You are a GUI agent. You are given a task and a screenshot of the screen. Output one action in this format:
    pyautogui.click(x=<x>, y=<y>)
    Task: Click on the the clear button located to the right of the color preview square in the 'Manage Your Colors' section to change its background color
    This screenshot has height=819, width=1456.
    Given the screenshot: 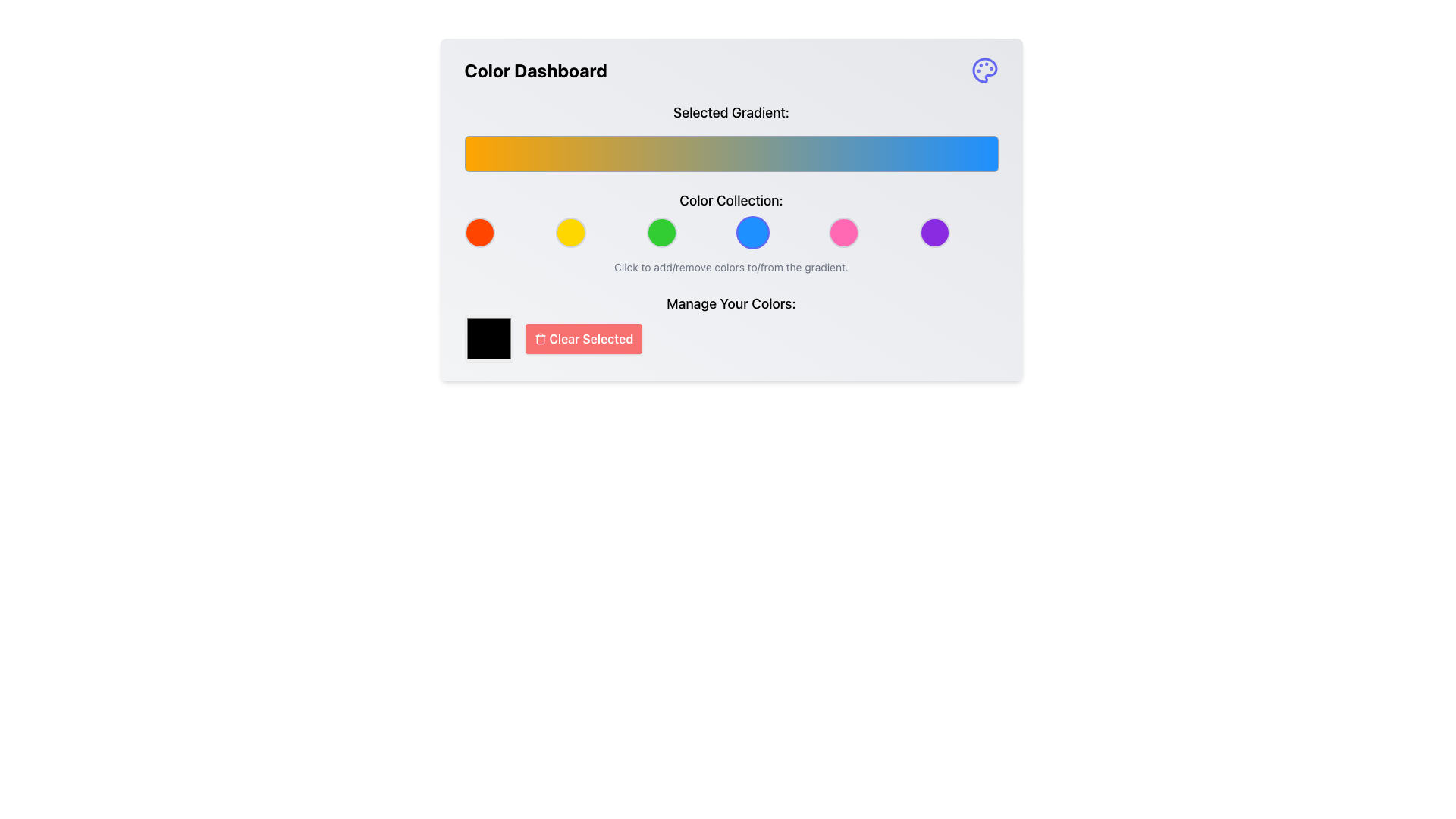 What is the action you would take?
    pyautogui.click(x=582, y=338)
    